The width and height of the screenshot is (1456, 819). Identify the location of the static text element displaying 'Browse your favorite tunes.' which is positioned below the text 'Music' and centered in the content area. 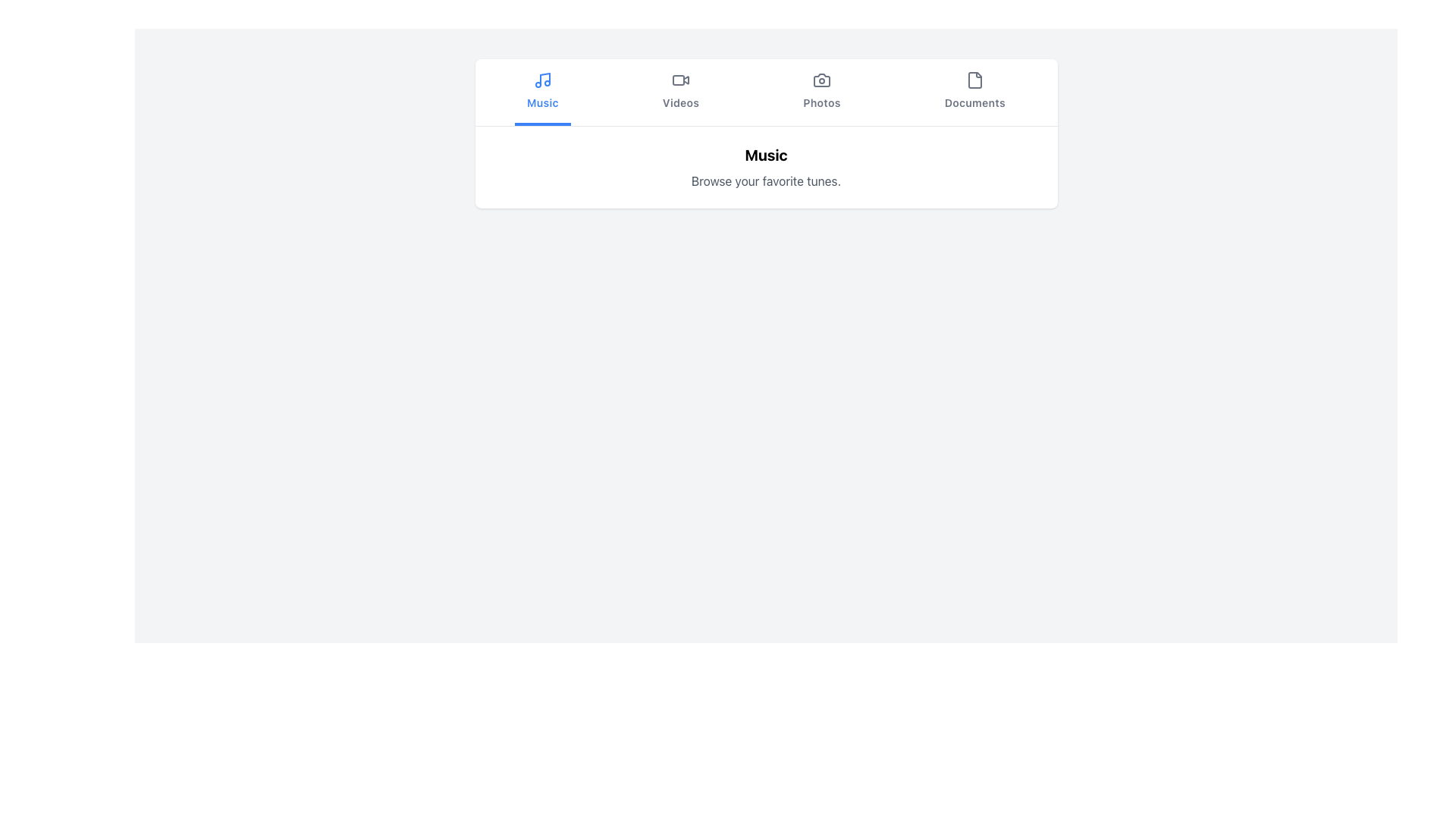
(766, 180).